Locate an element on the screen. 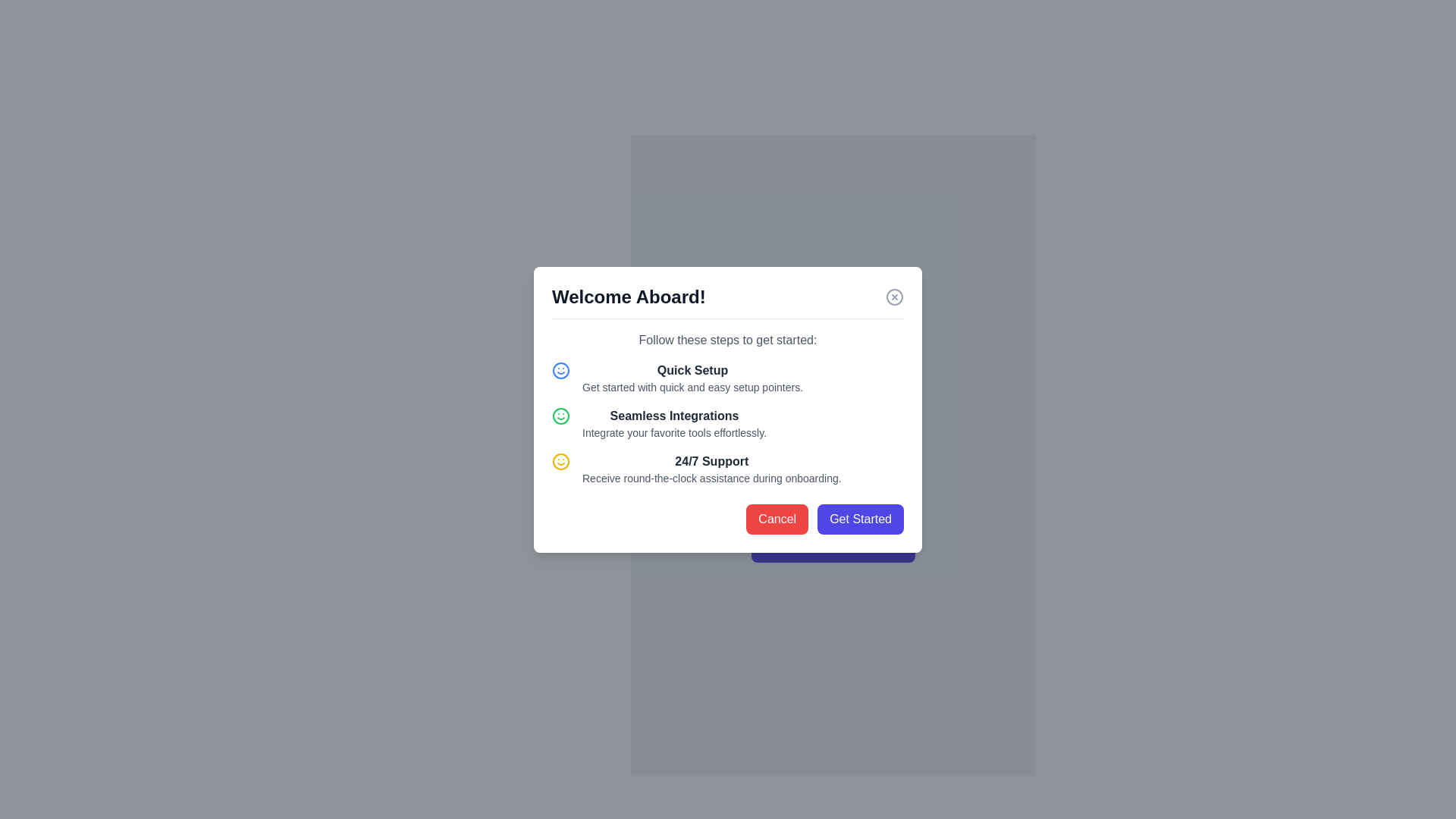 The height and width of the screenshot is (819, 1456). the SVG circle element that visually represents a positive sentiment, part of the green smiley face icon next to the 'Quick Setup' bullet point is located at coordinates (560, 416).